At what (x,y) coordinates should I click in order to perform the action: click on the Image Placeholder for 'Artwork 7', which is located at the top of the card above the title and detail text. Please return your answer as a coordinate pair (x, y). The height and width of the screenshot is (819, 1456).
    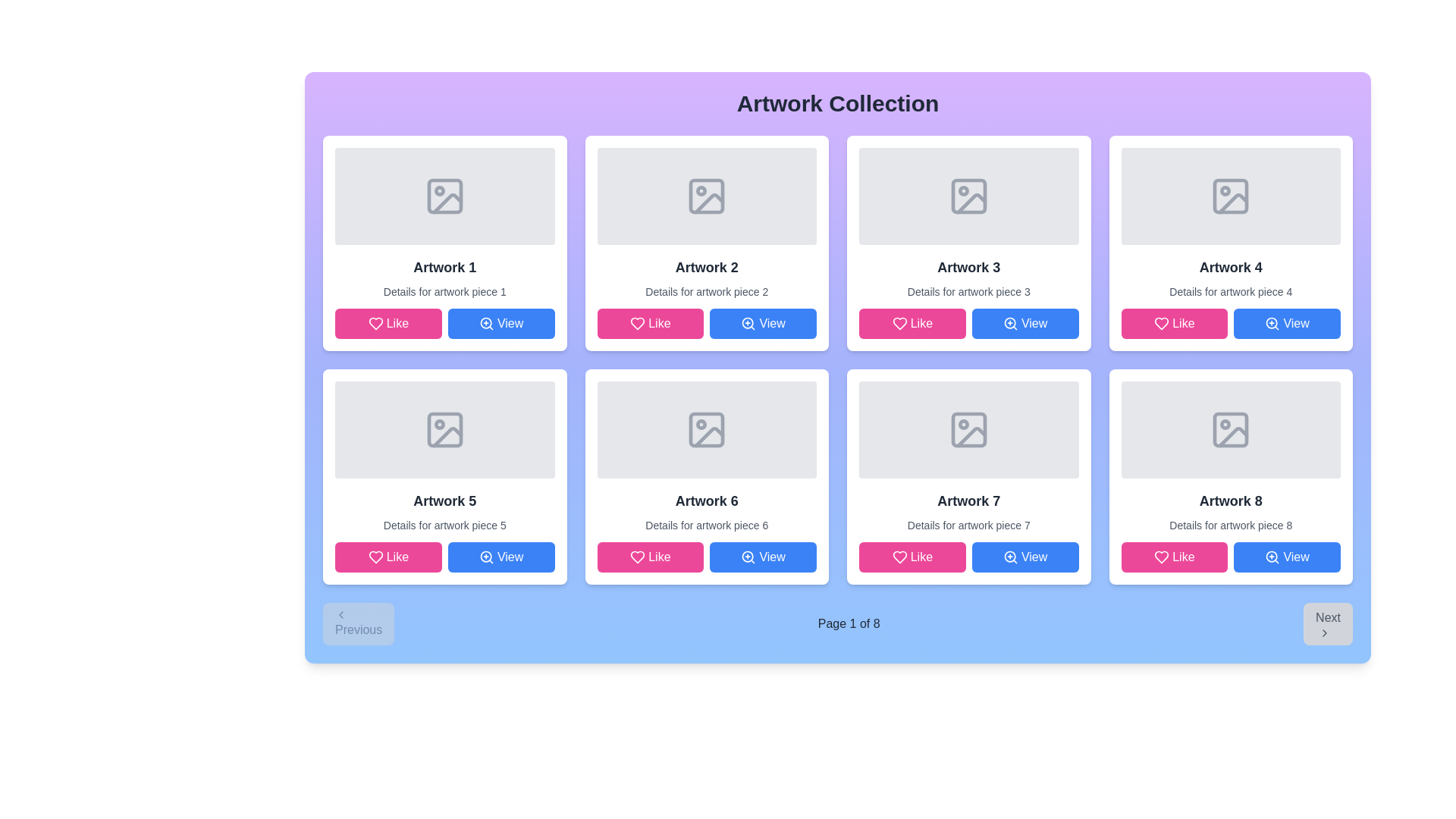
    Looking at the image, I should click on (968, 430).